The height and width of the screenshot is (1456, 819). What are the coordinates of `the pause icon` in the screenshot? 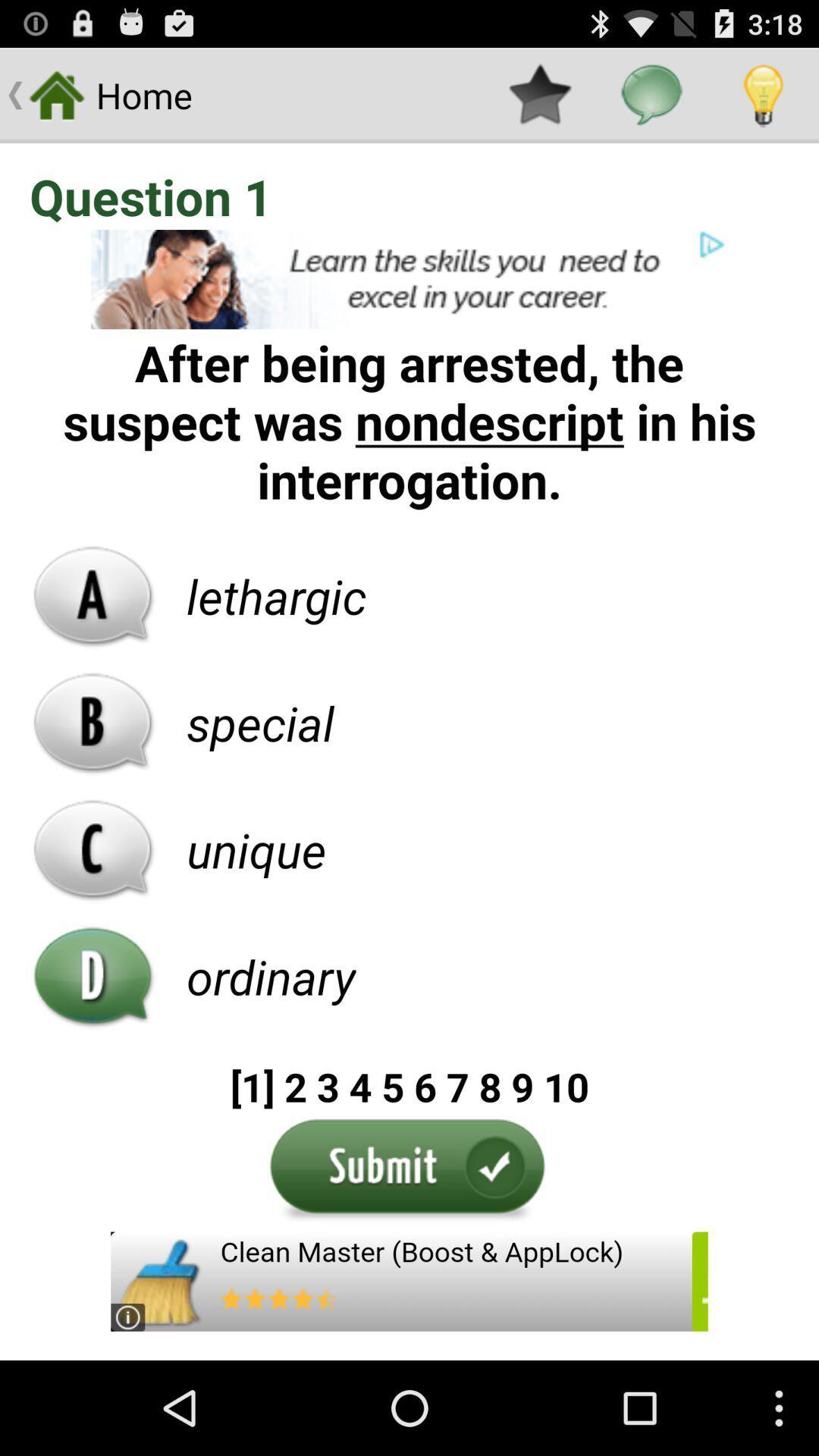 It's located at (93, 1044).